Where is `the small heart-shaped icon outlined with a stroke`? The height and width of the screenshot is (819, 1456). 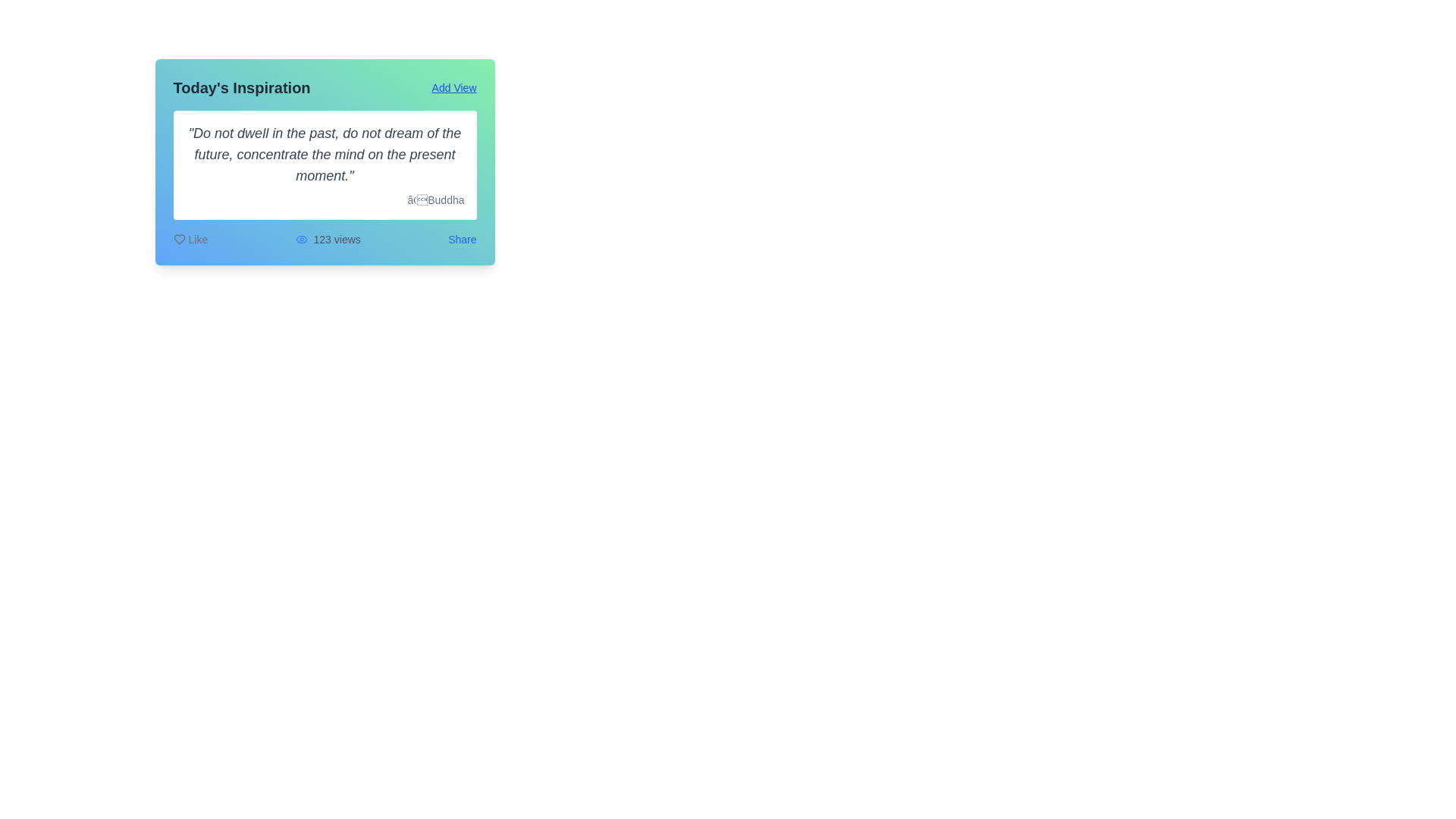
the small heart-shaped icon outlined with a stroke is located at coordinates (179, 239).